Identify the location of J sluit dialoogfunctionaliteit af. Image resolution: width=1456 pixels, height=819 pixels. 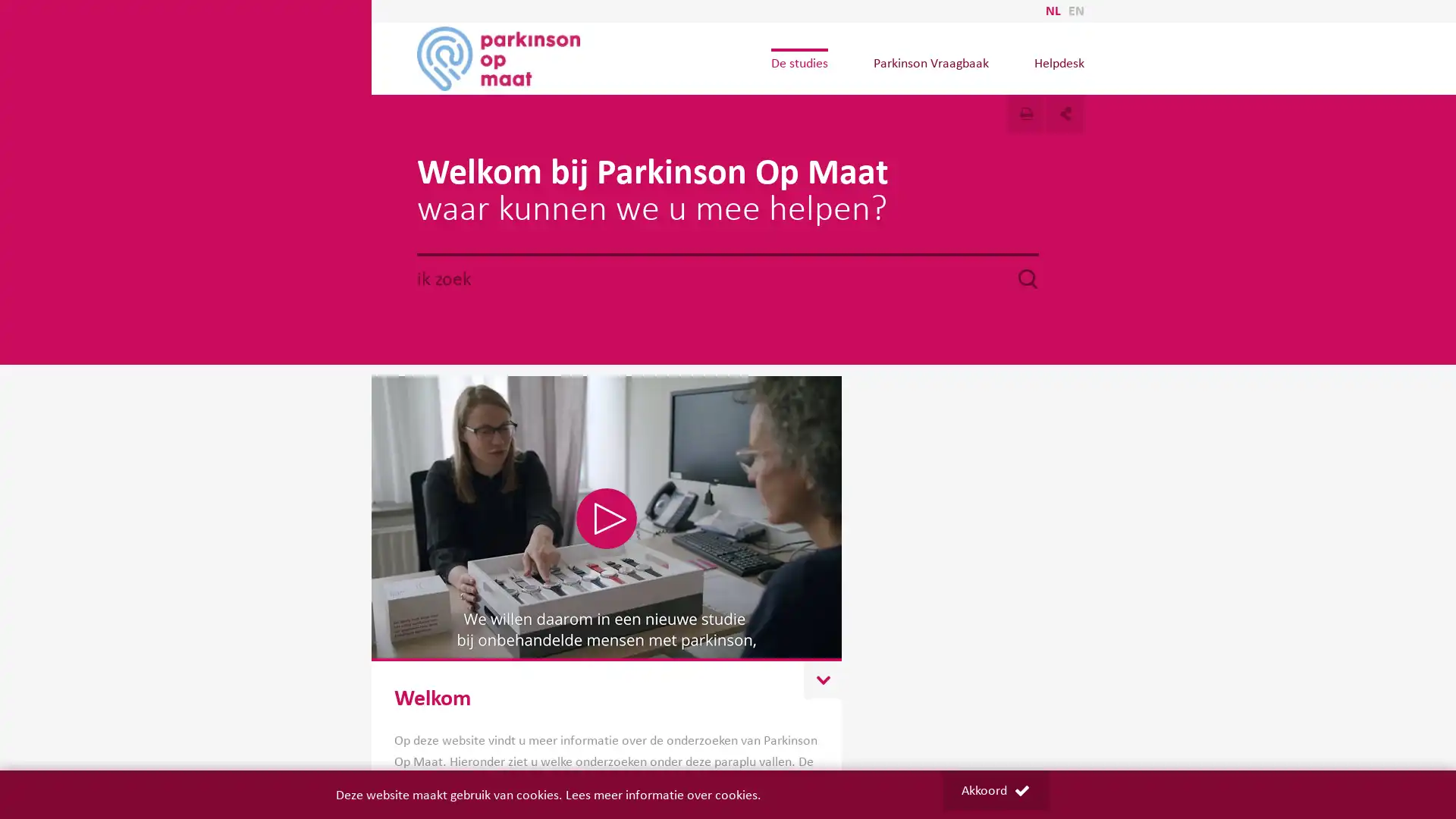
(986, 99).